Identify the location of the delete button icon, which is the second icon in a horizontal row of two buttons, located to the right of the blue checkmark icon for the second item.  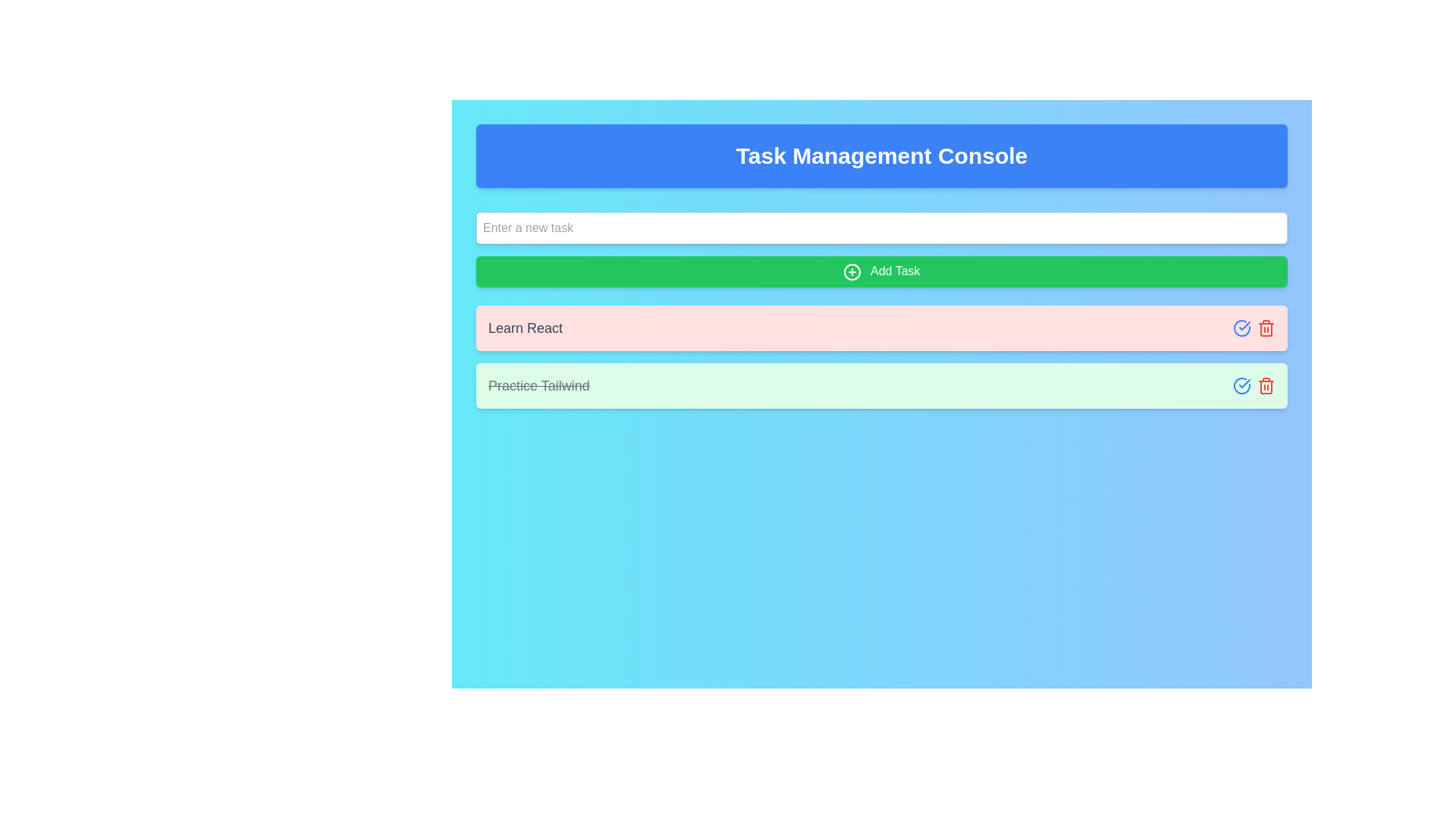
(1266, 327).